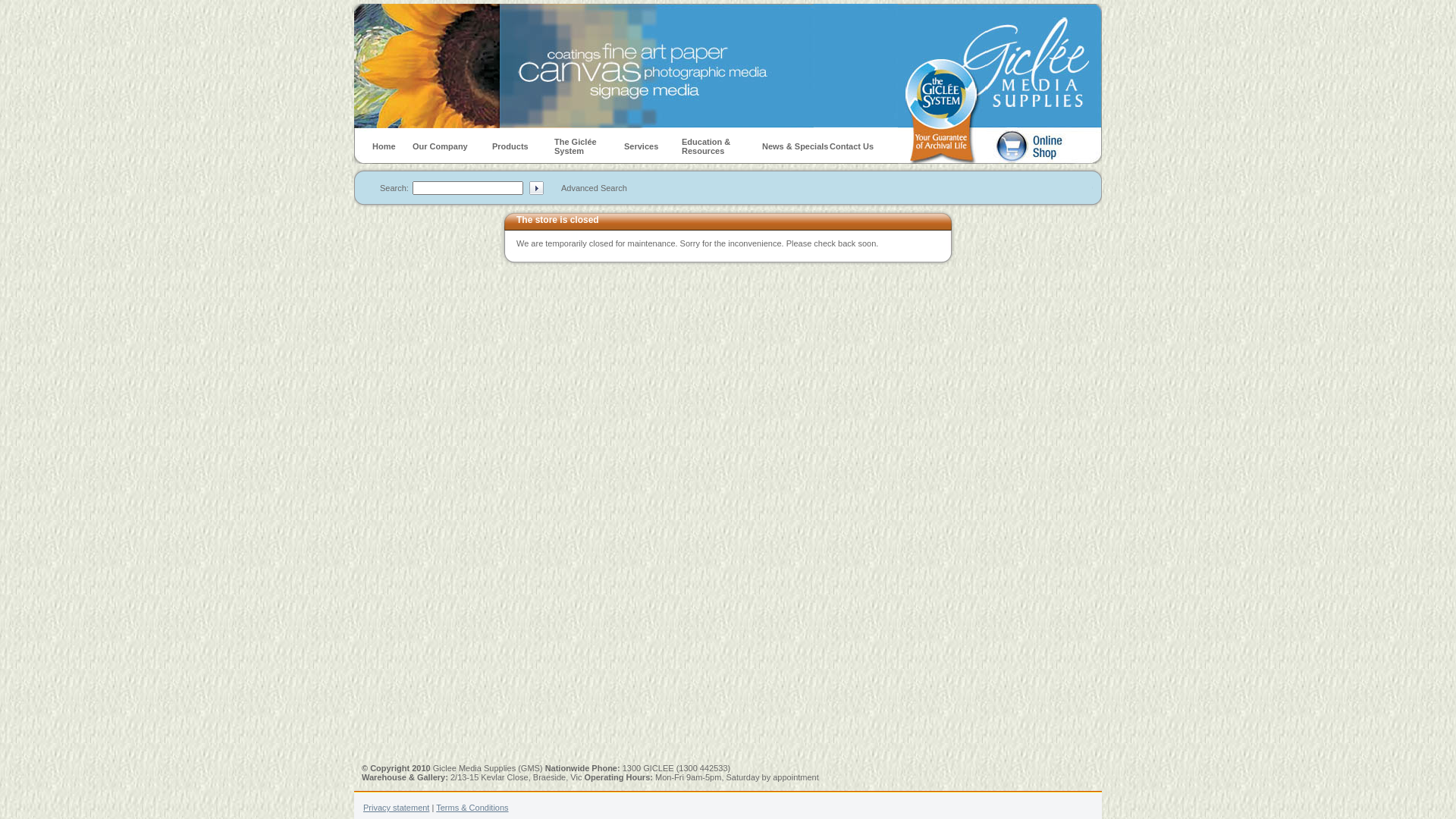  What do you see at coordinates (471, 806) in the screenshot?
I see `'Terms & Conditions'` at bounding box center [471, 806].